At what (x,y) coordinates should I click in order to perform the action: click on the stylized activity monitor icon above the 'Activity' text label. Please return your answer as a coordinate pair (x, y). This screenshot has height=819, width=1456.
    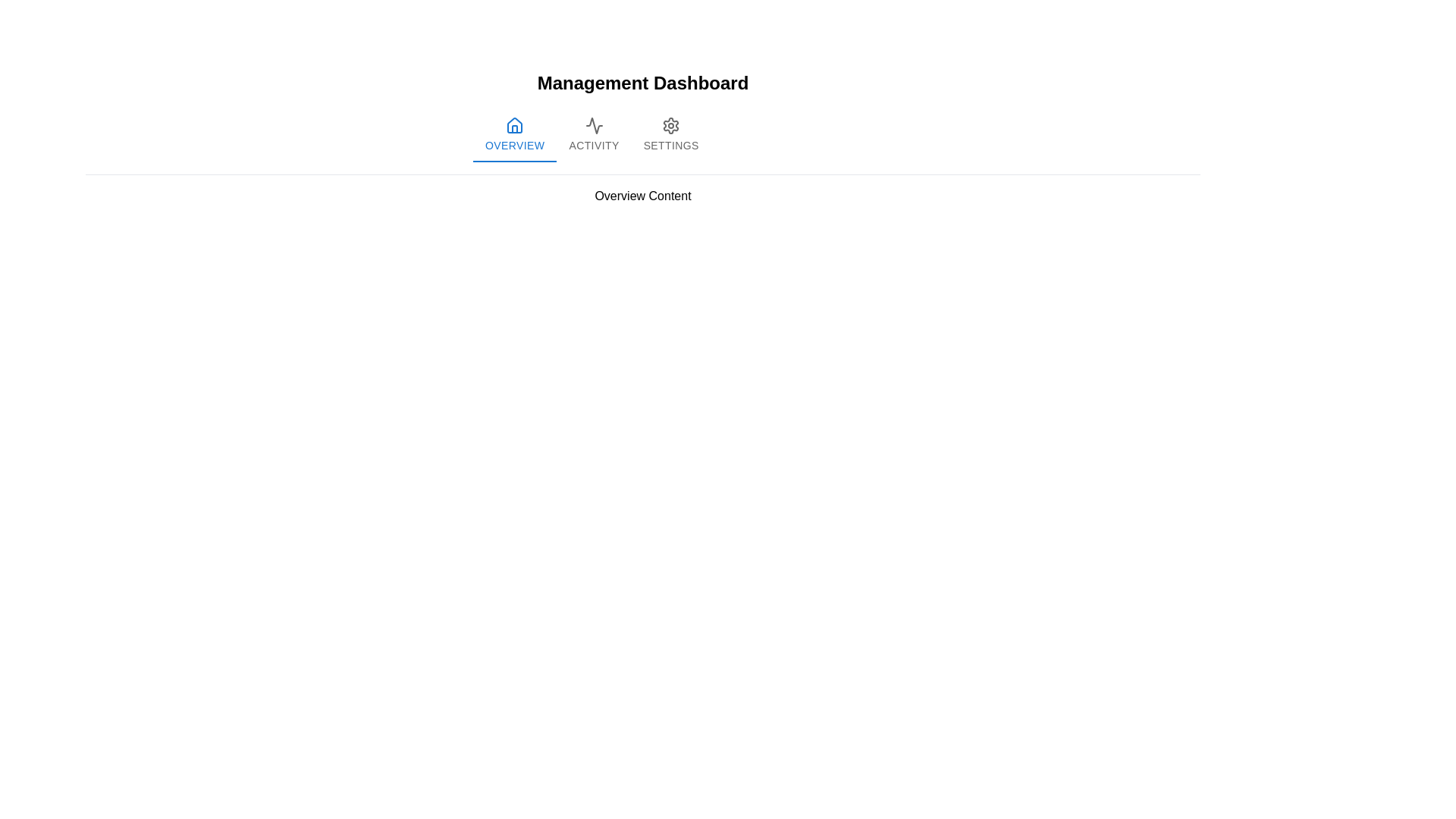
    Looking at the image, I should click on (593, 125).